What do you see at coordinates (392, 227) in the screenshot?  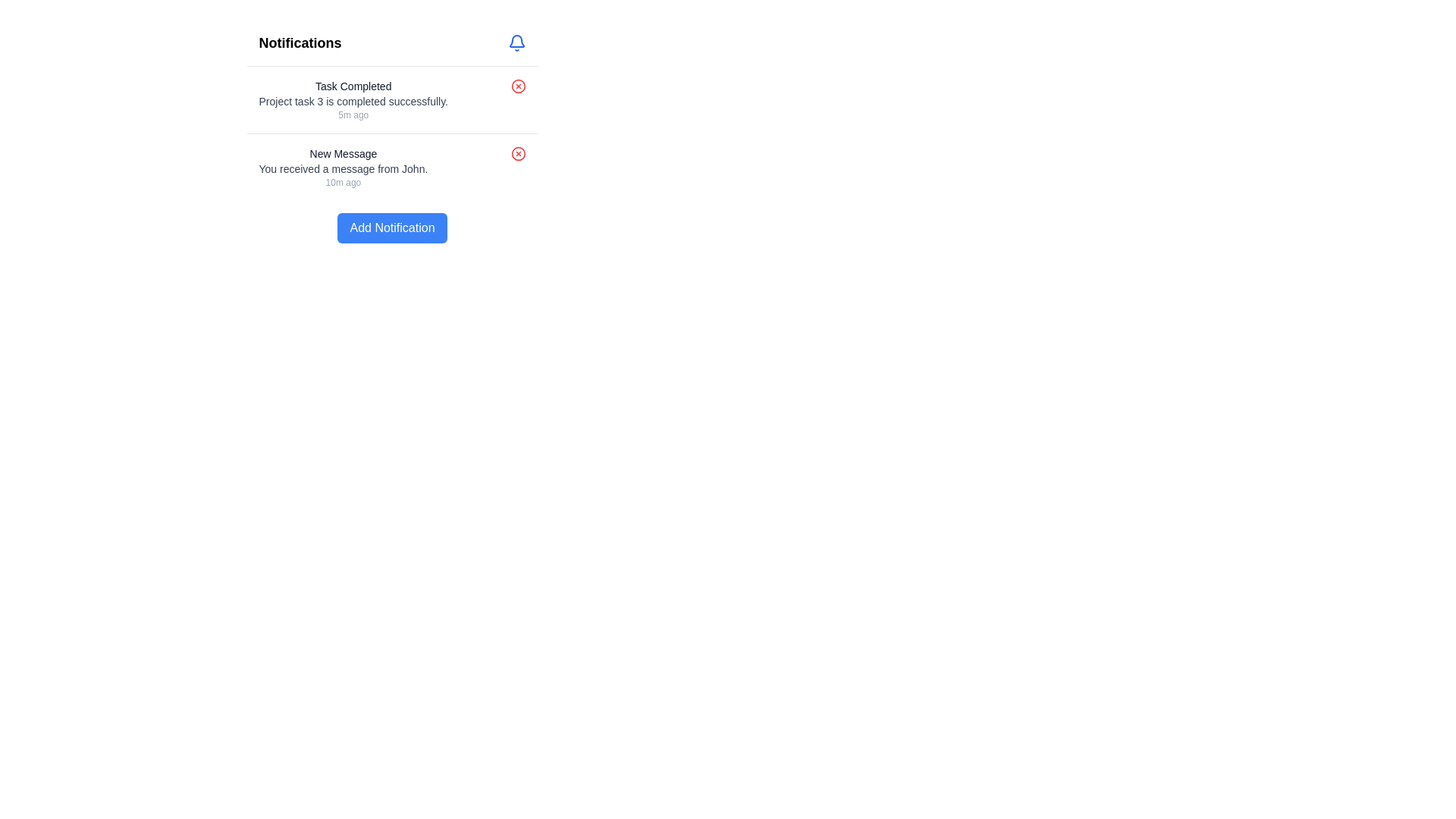 I see `the blue rectangular button with rounded corners that contains the text 'Add Notification' to observe any hover-specific effects` at bounding box center [392, 227].